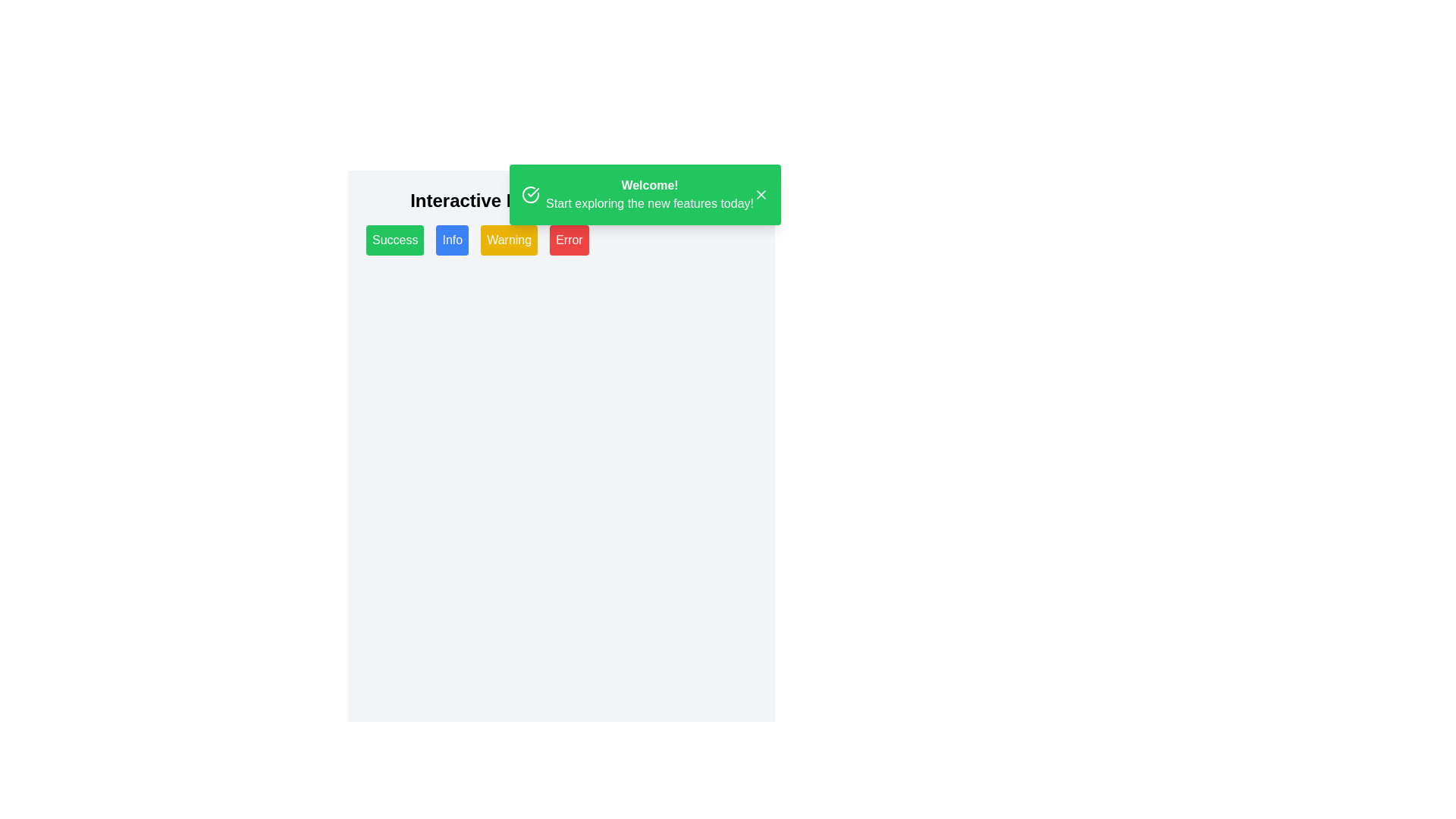 This screenshot has width=1456, height=819. Describe the element at coordinates (568, 239) in the screenshot. I see `the 'Error' button located at the far right of the row containing 'Success', 'Info', and 'Warning'` at that location.